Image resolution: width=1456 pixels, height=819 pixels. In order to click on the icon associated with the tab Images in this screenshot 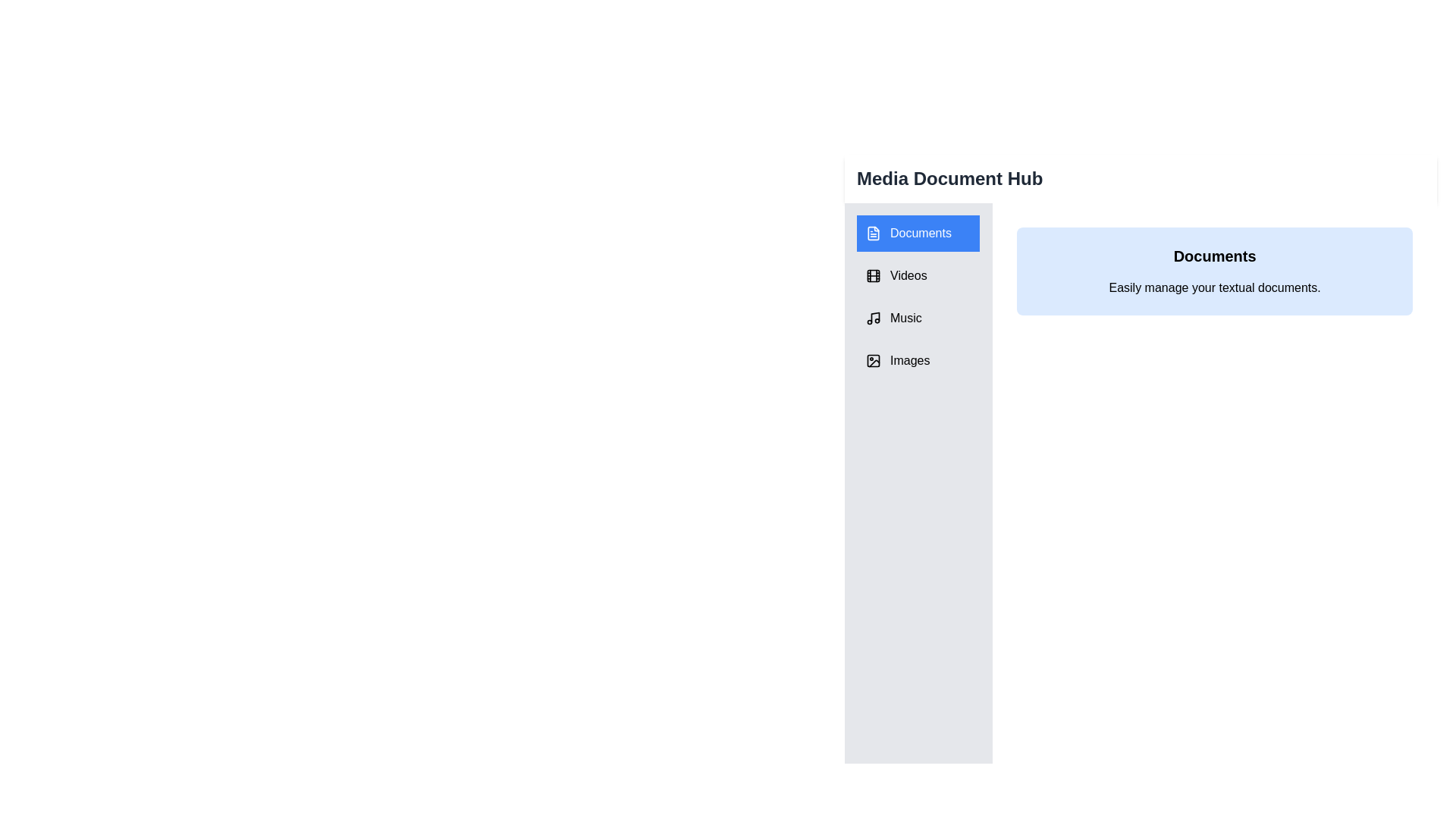, I will do `click(874, 360)`.